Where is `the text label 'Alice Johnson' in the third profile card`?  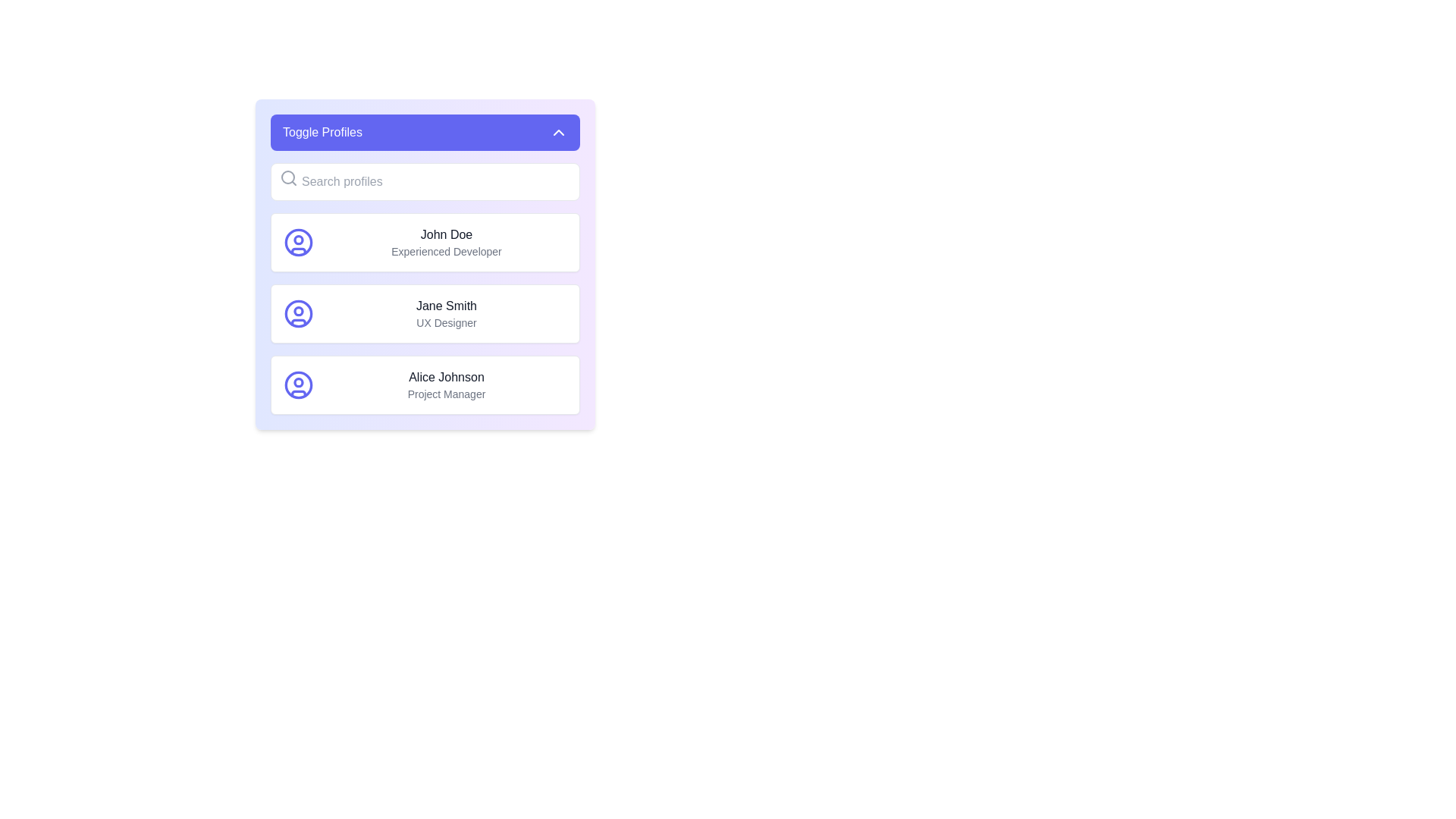 the text label 'Alice Johnson' in the third profile card is located at coordinates (446, 376).